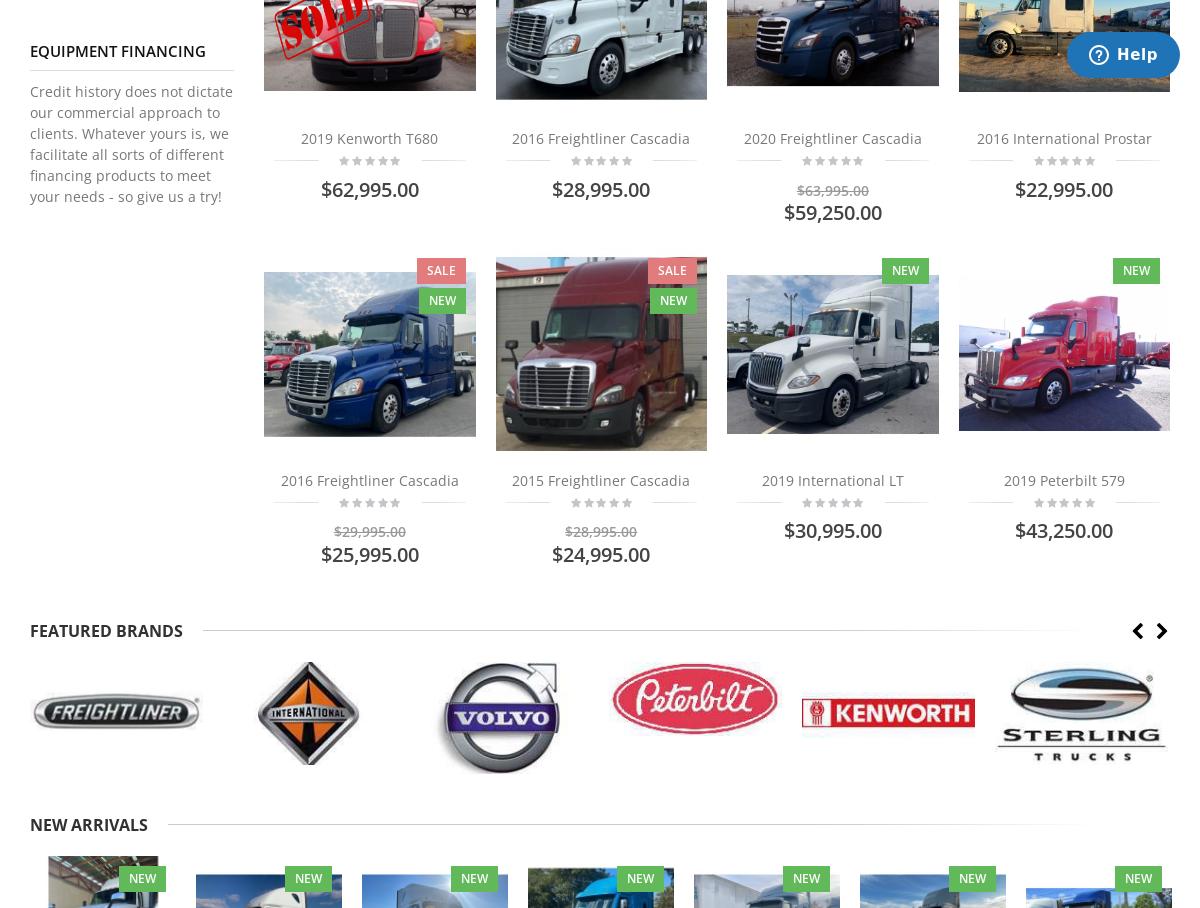 This screenshot has height=908, width=1200. I want to click on 'We are happy to help our foreign friends. NCL Truck Sales Inc. is ready to ship the best used truck to many countries around the world, including Vietnam.', so click(557, 225).